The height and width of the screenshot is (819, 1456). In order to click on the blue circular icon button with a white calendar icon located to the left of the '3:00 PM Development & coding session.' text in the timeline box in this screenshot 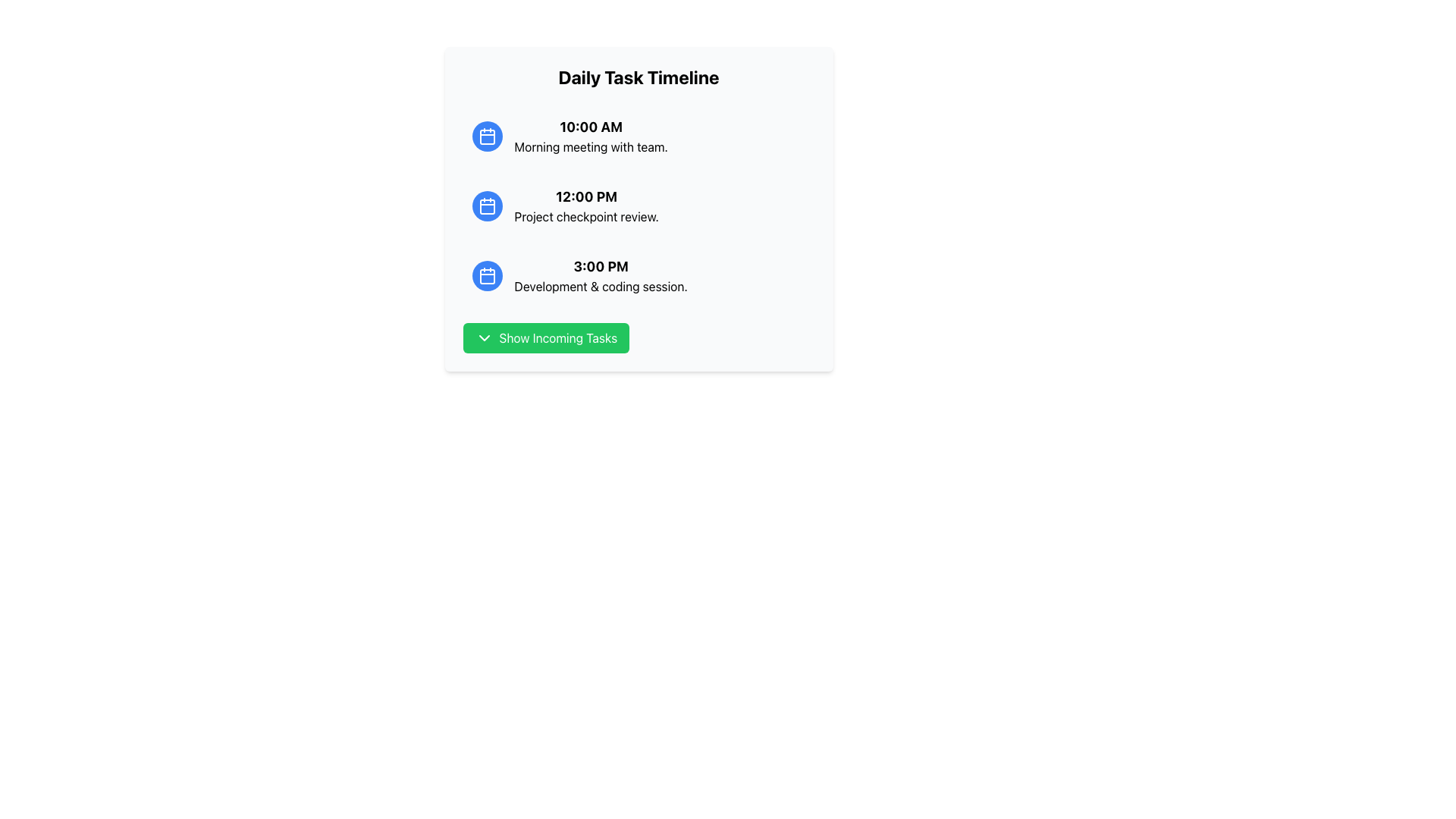, I will do `click(487, 275)`.